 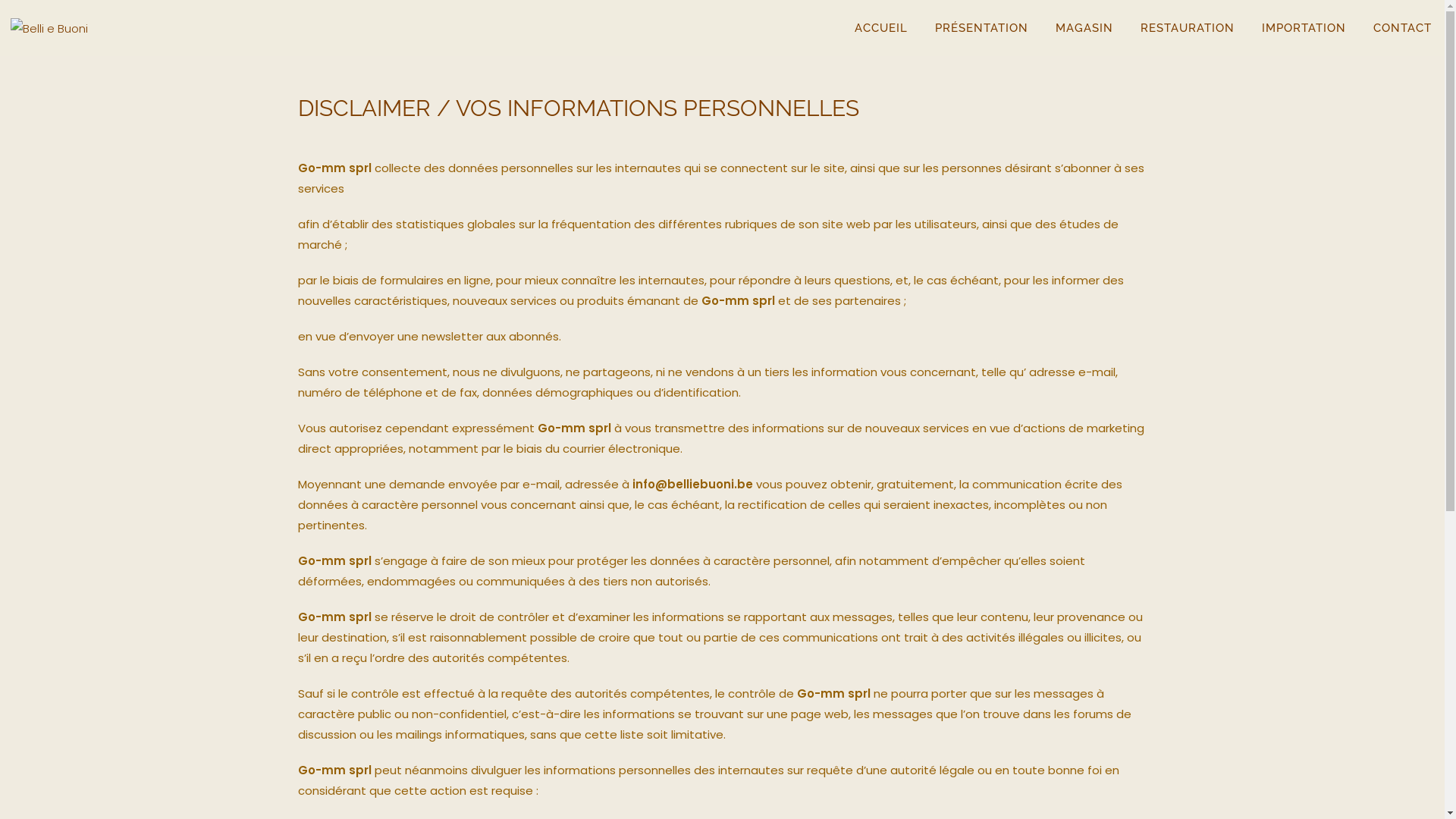 What do you see at coordinates (880, 28) in the screenshot?
I see `'ACCUEIL'` at bounding box center [880, 28].